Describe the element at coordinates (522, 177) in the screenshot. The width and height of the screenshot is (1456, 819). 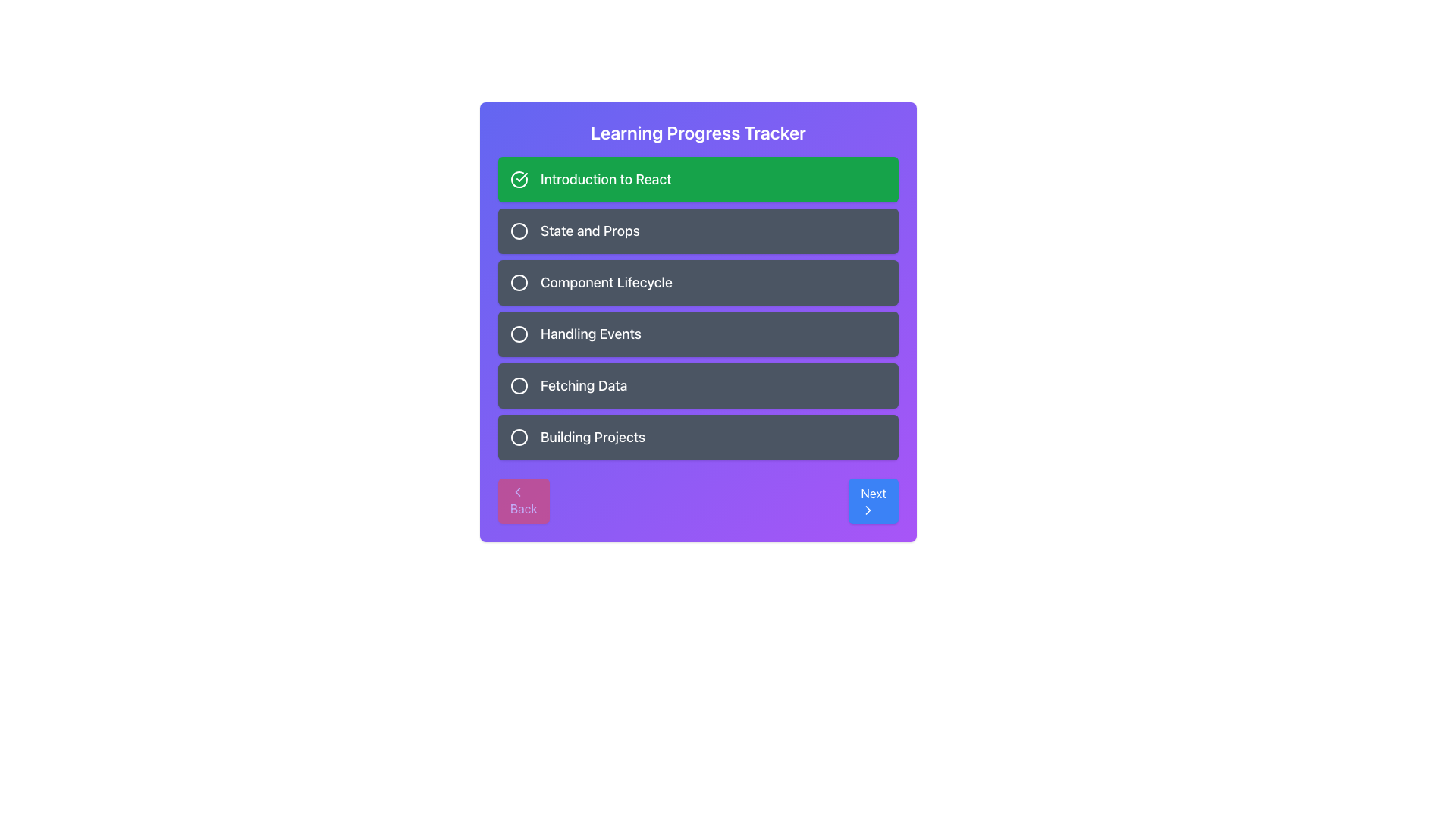
I see `the checkmark symbol in the green-highlighted list item labeled 'Introduction to React' to identify its selected state` at that location.